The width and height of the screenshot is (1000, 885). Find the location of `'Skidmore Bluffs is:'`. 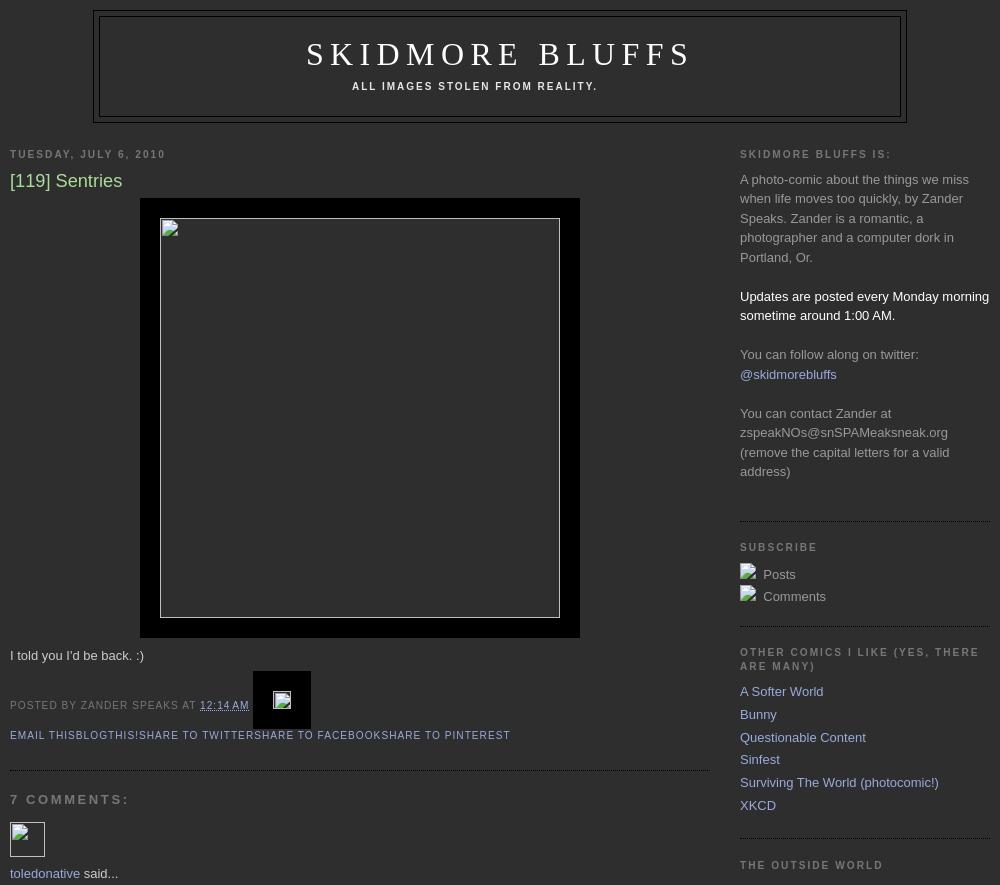

'Skidmore Bluffs is:' is located at coordinates (814, 153).